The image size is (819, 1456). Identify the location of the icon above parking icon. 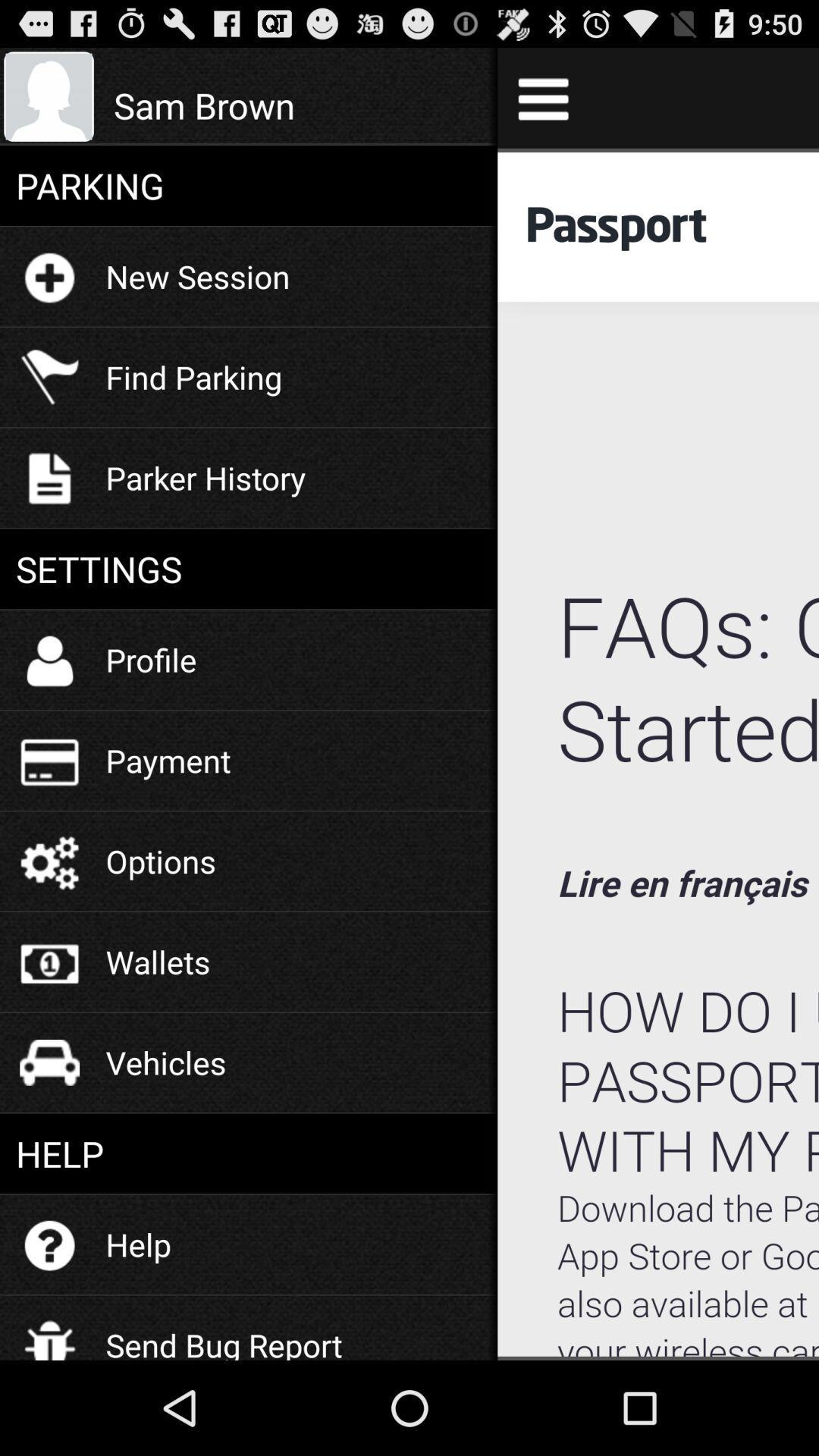
(297, 105).